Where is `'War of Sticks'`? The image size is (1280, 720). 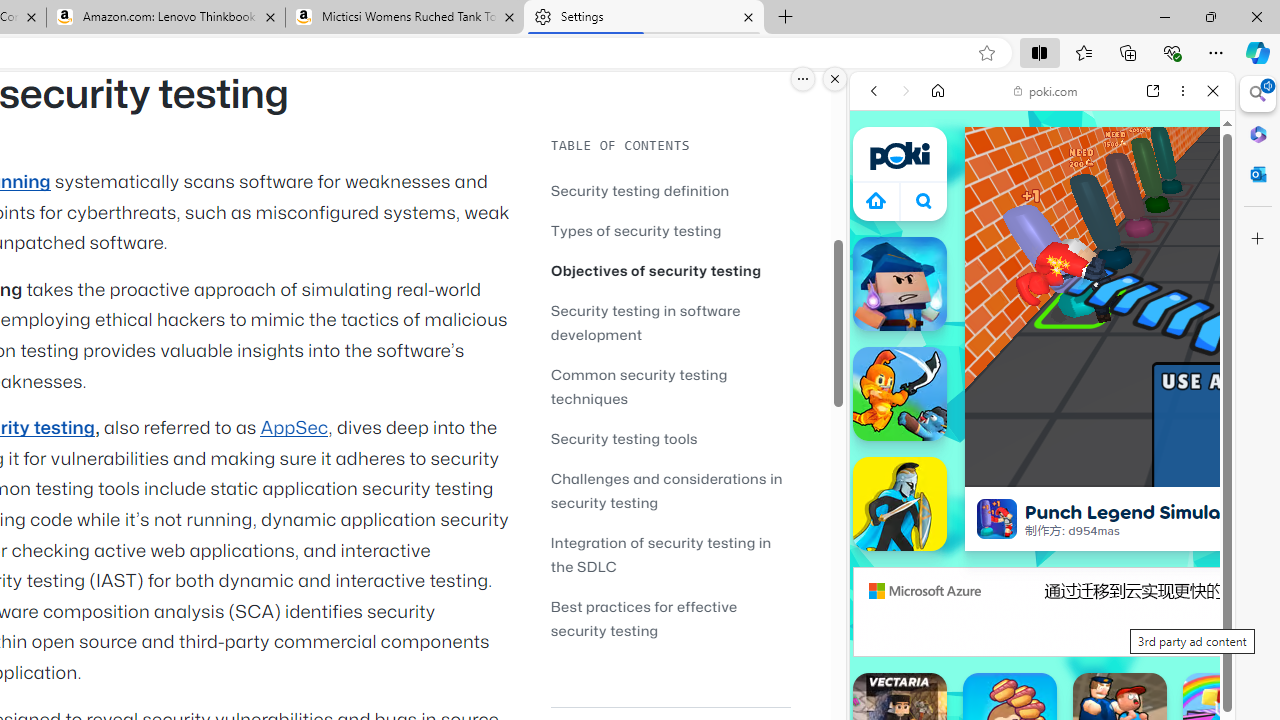 'War of Sticks' is located at coordinates (898, 502).